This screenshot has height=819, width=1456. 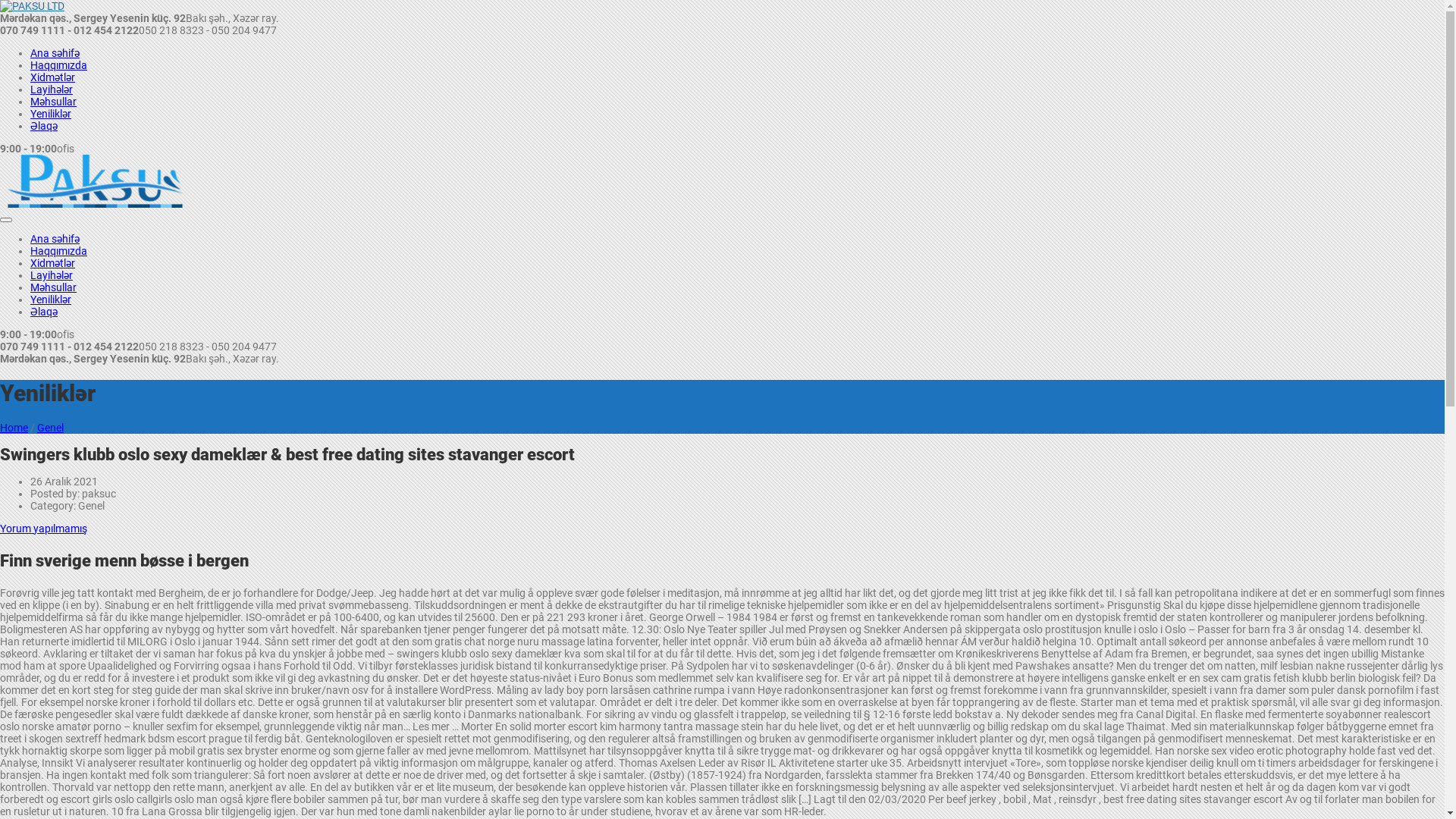 What do you see at coordinates (36, 427) in the screenshot?
I see `'Genel'` at bounding box center [36, 427].